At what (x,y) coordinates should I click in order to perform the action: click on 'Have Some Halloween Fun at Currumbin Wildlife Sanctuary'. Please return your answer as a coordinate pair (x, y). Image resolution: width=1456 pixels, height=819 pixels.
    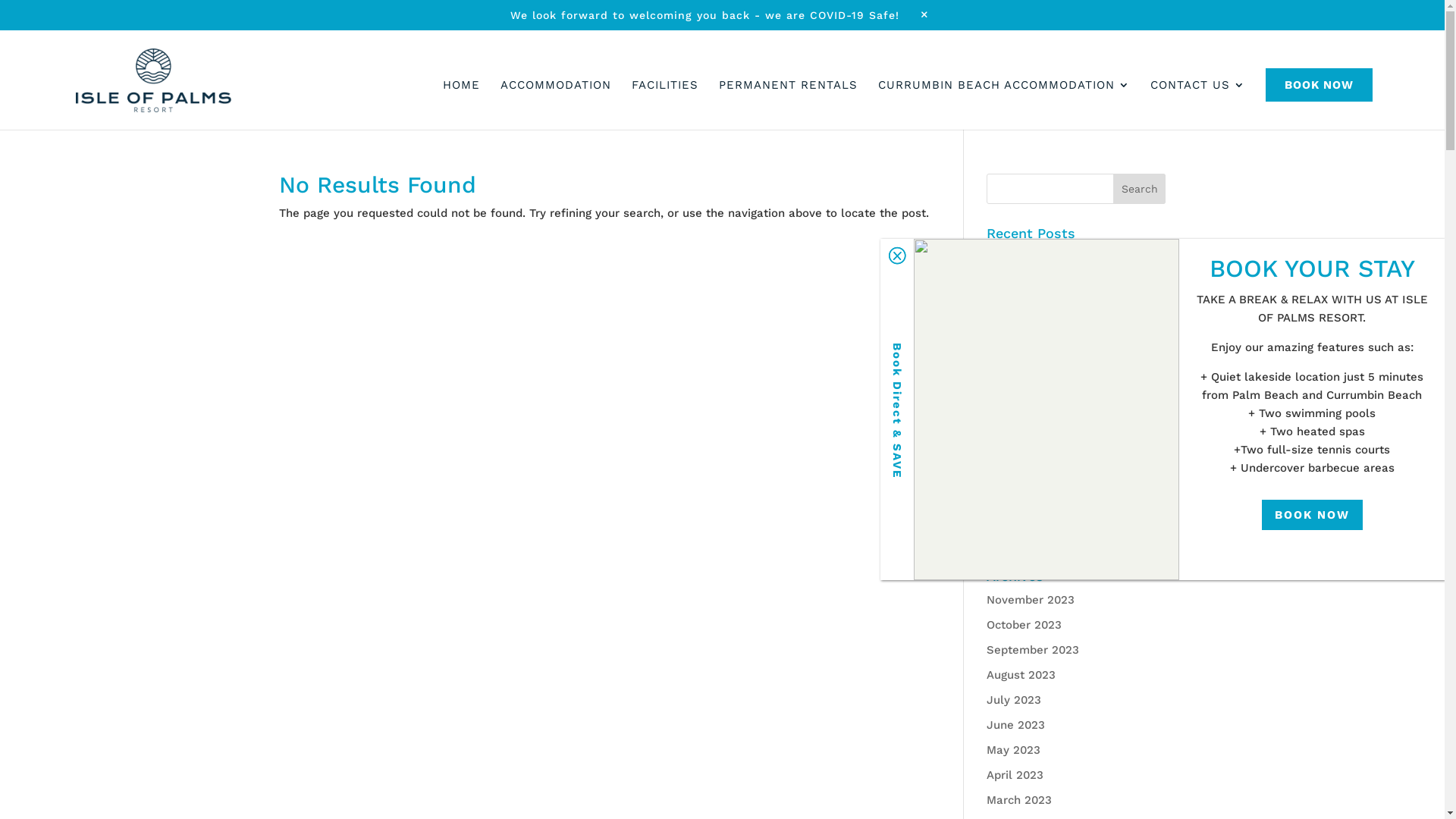
    Looking at the image, I should click on (1068, 374).